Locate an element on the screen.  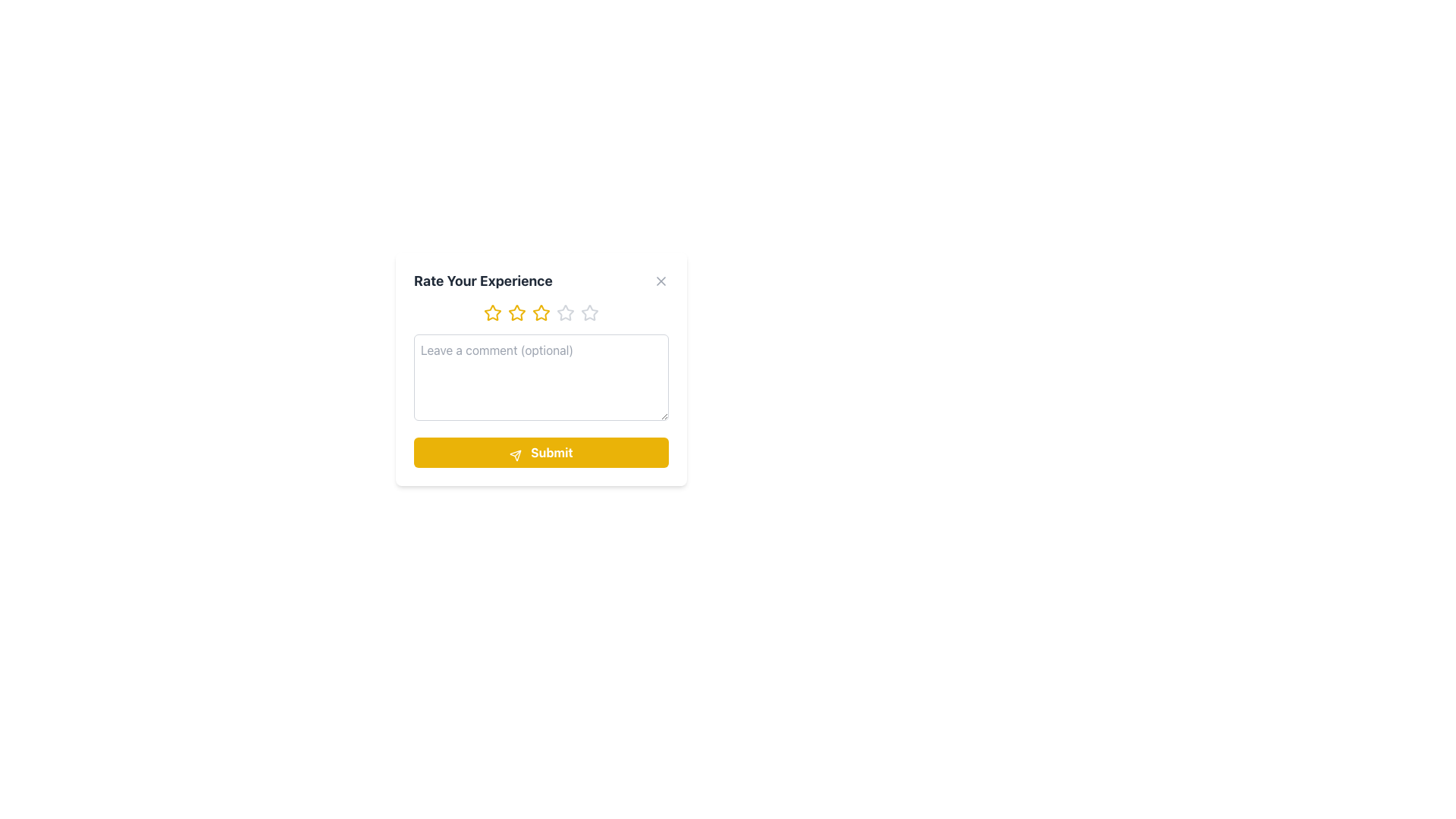
the fifth star-shaped icon button with a yellow border in the 'Rate Your Experience' component is located at coordinates (541, 312).